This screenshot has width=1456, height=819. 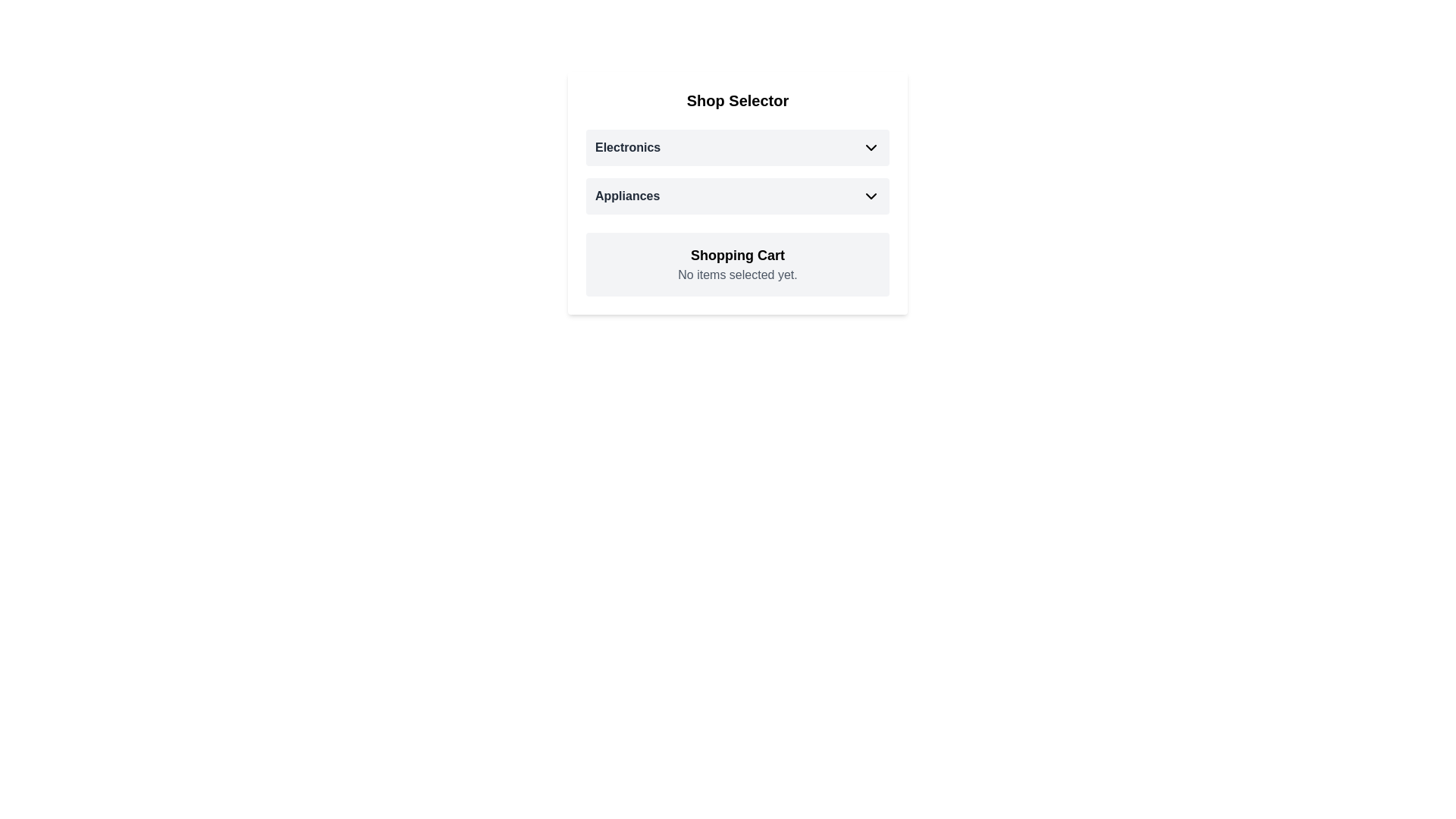 What do you see at coordinates (738, 254) in the screenshot?
I see `the header text label for the shopping cart section, which is centrally located above the sibling text 'No items selected yet.'` at bounding box center [738, 254].